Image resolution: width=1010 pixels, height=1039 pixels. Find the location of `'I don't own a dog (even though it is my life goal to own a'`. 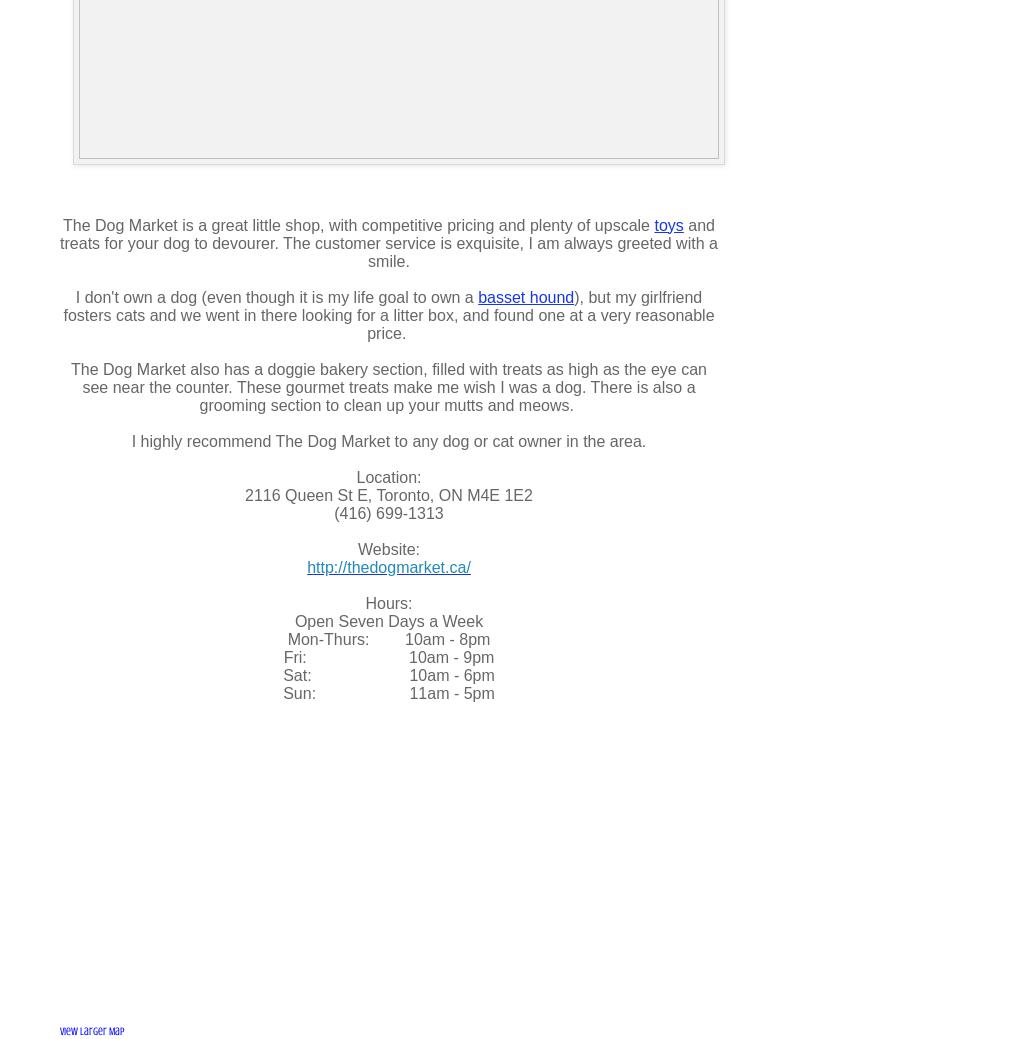

'I don't own a dog (even though it is my life goal to own a' is located at coordinates (74, 296).